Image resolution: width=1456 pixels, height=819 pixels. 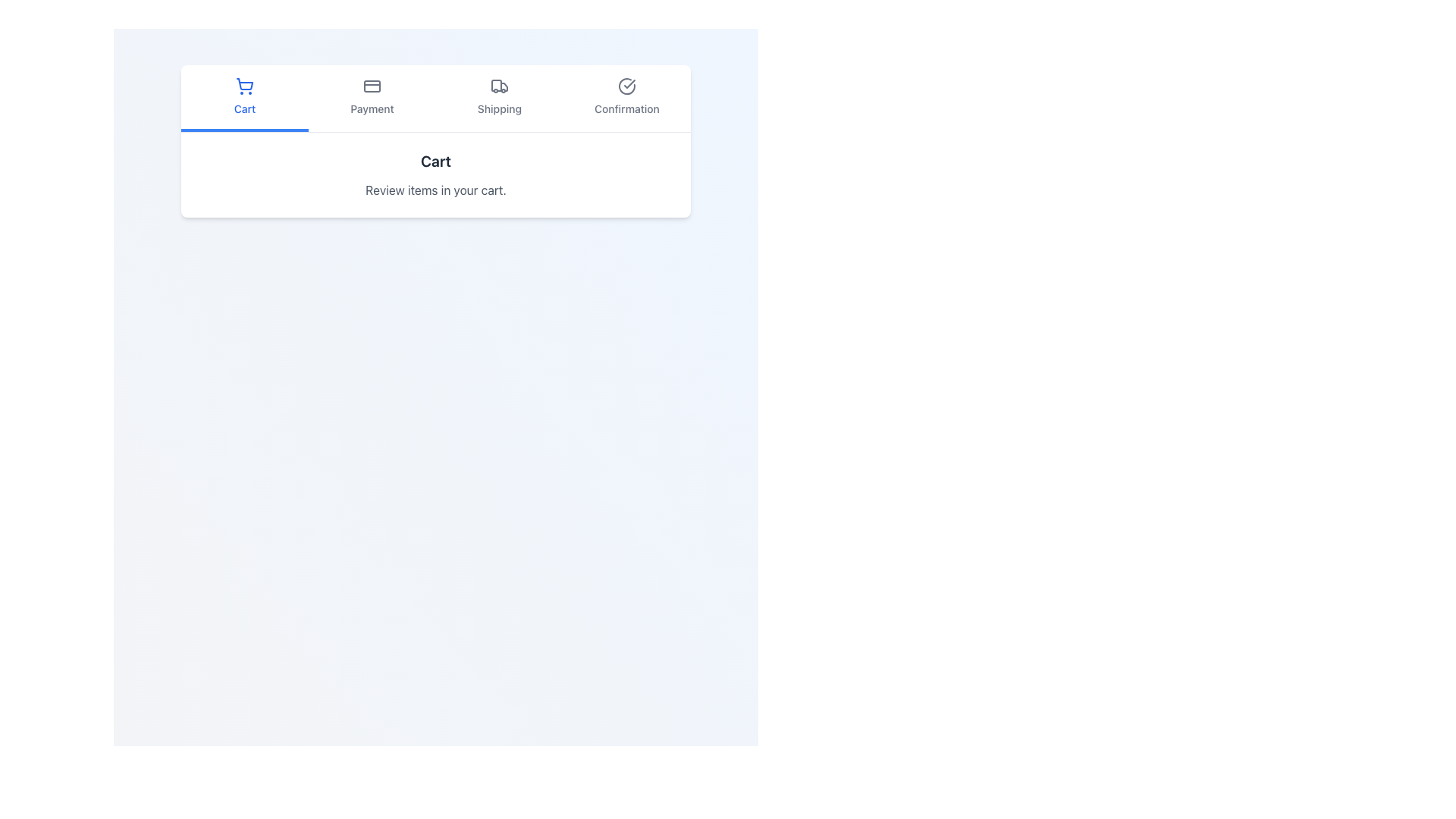 I want to click on the tick icon located in the 'Confirmation' tab of the navigation bar, which indicates confirmation or success, so click(x=629, y=84).